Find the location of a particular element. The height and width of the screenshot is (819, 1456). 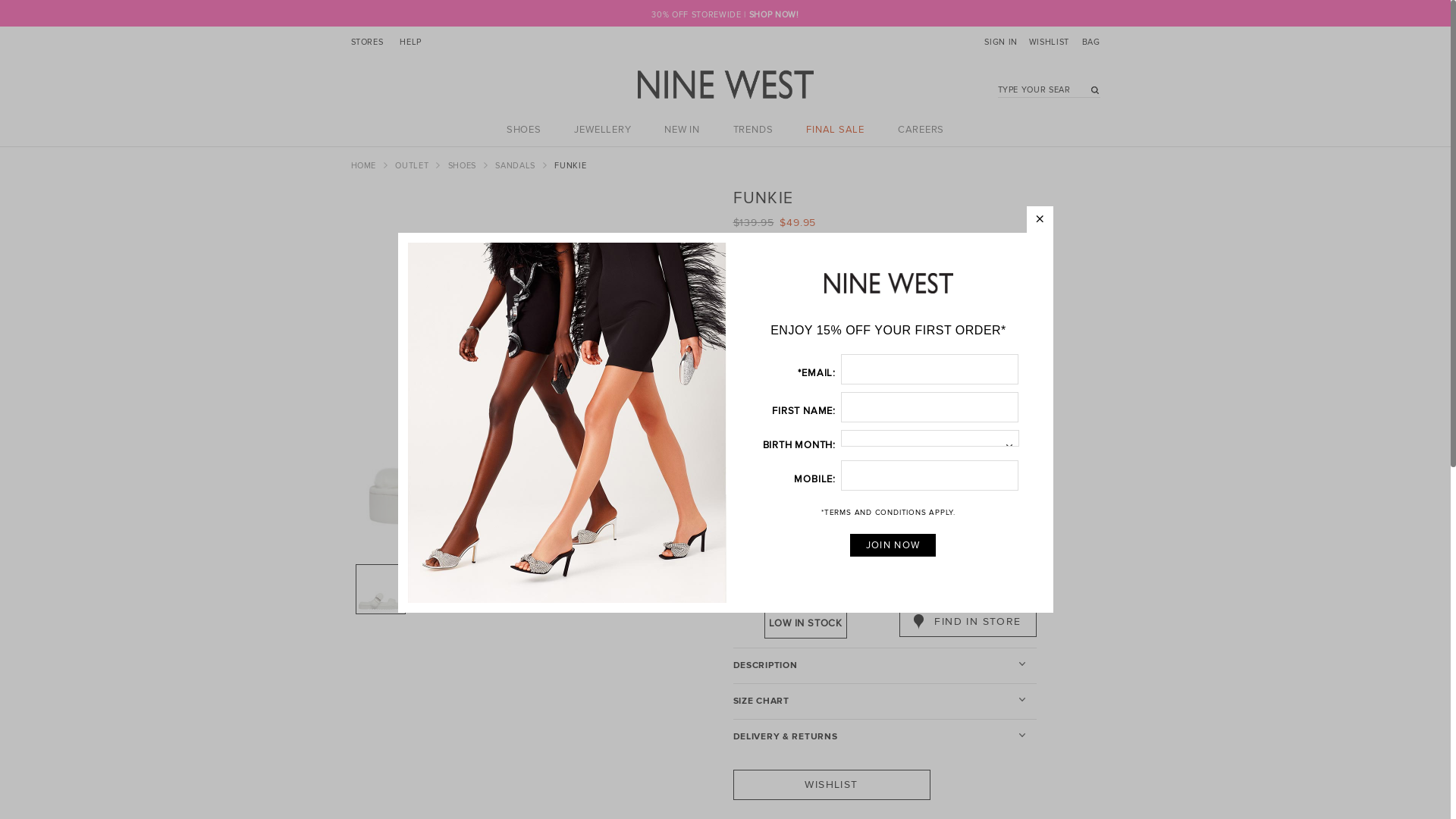

'10' is located at coordinates (938, 397).